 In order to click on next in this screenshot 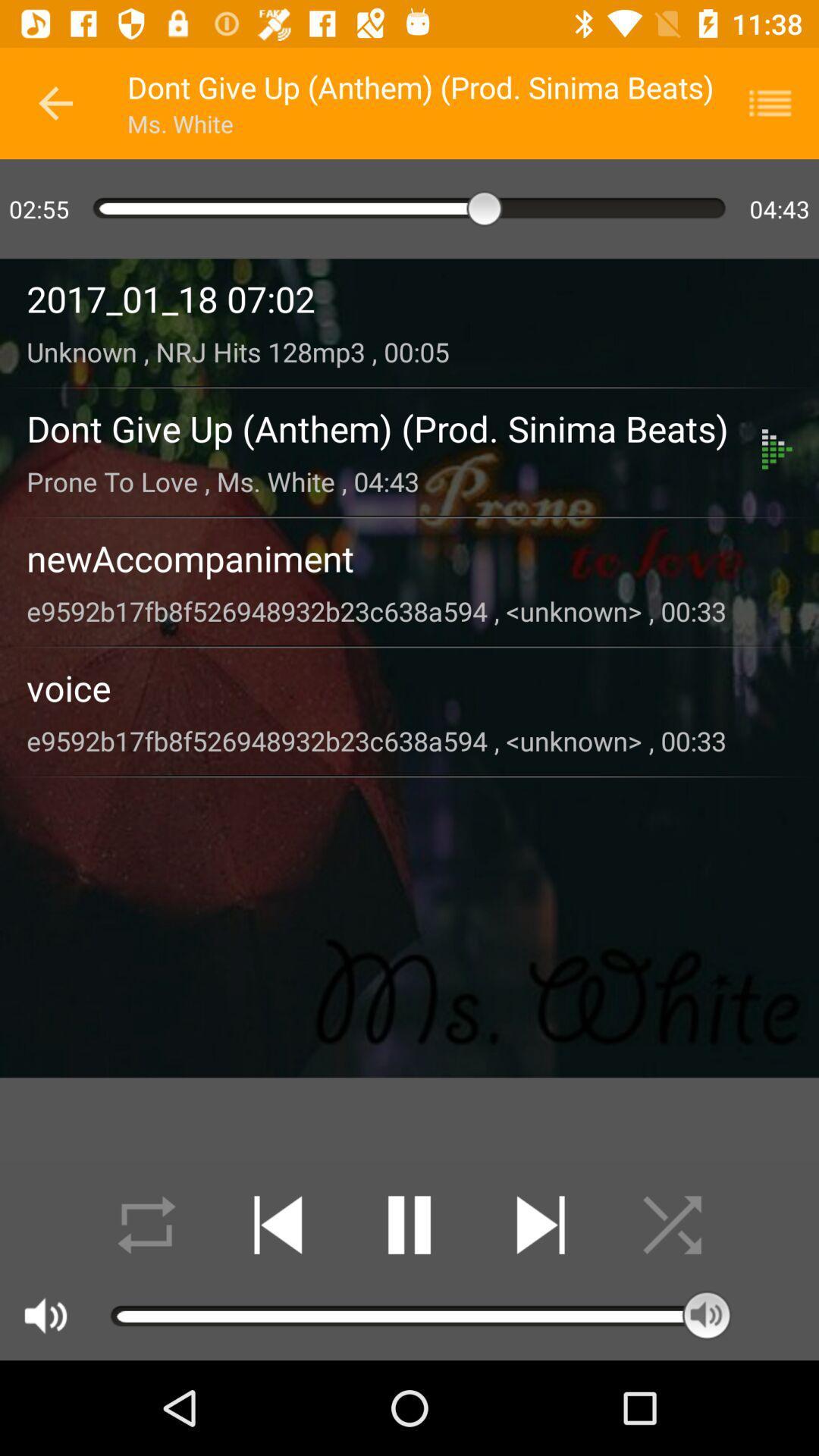, I will do `click(540, 1225)`.